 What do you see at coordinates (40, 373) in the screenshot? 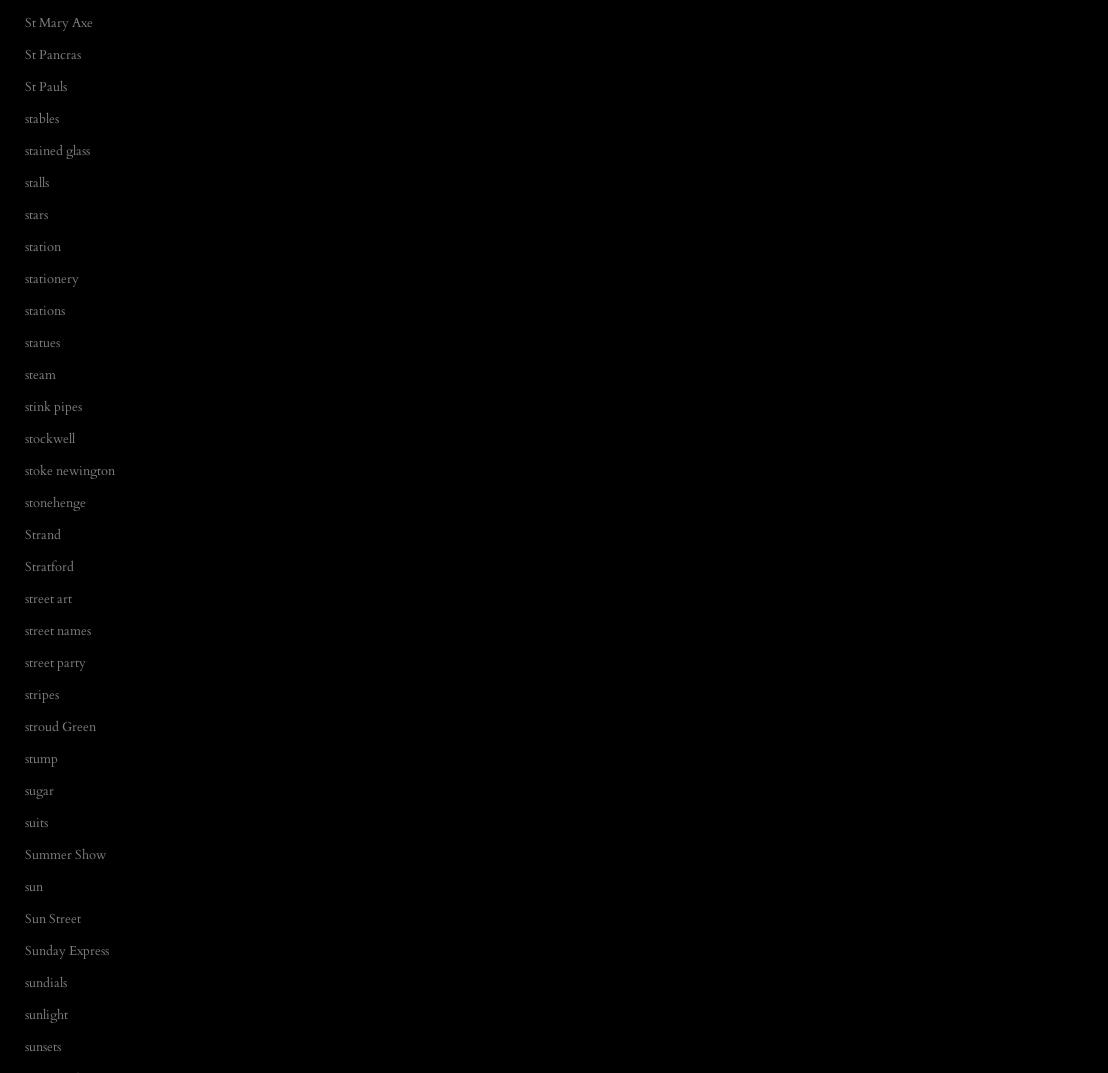
I see `'steam'` at bounding box center [40, 373].